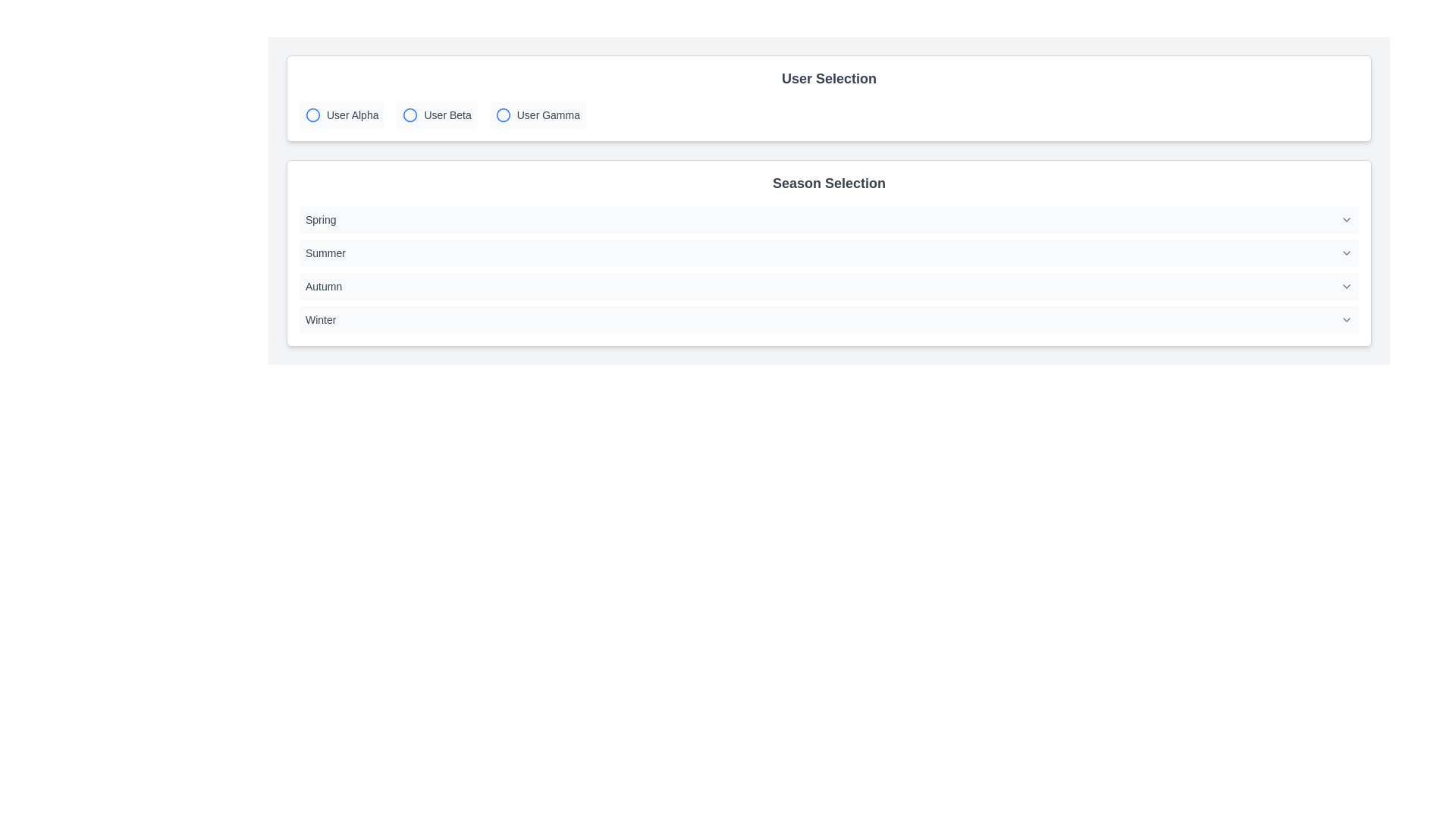 The height and width of the screenshot is (819, 1456). Describe the element at coordinates (1347, 318) in the screenshot. I see `the chevron icon located at the far right of the 'Winter' row in the 'Season Selection' section` at that location.